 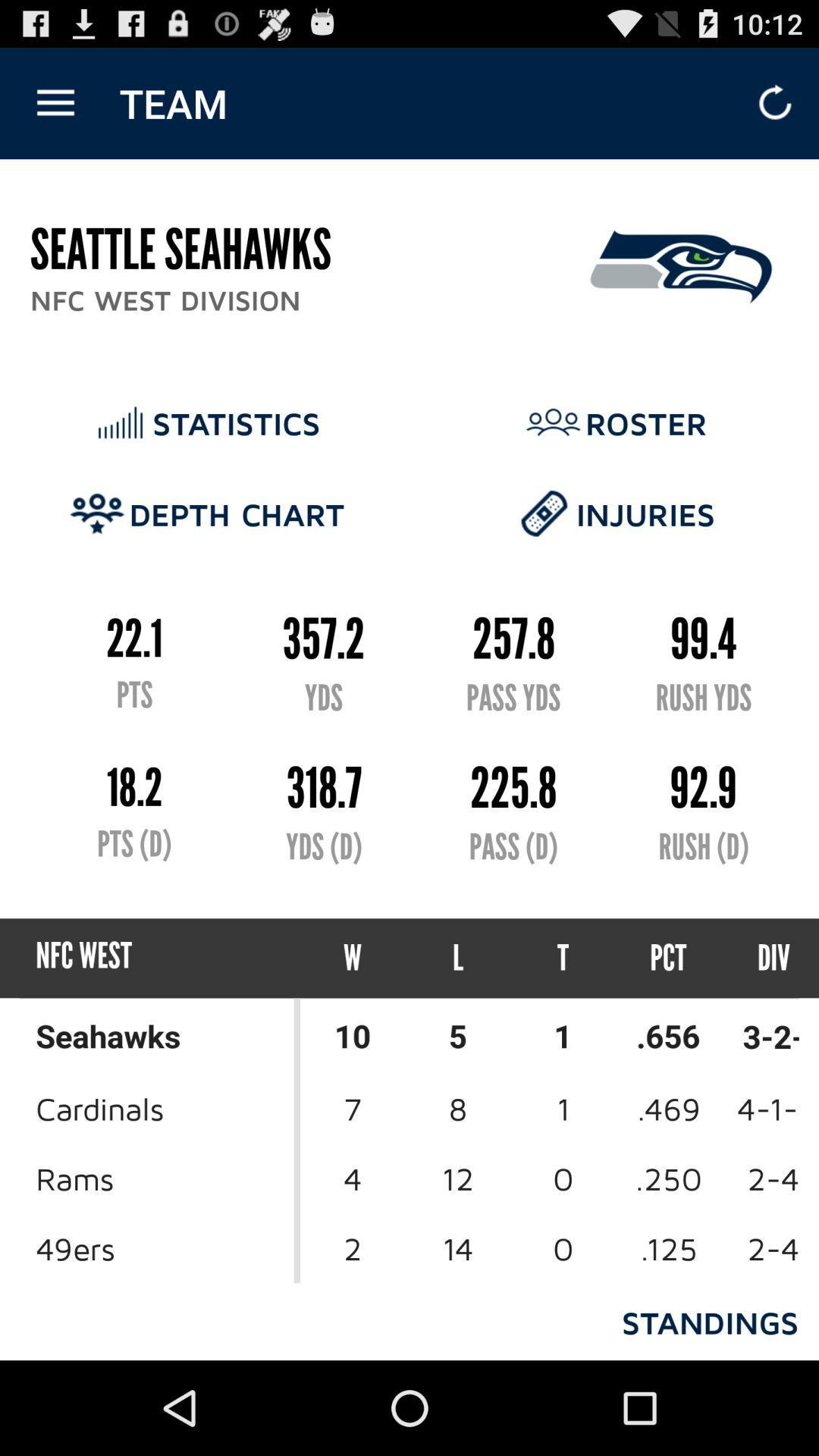 I want to click on t, so click(x=563, y=957).